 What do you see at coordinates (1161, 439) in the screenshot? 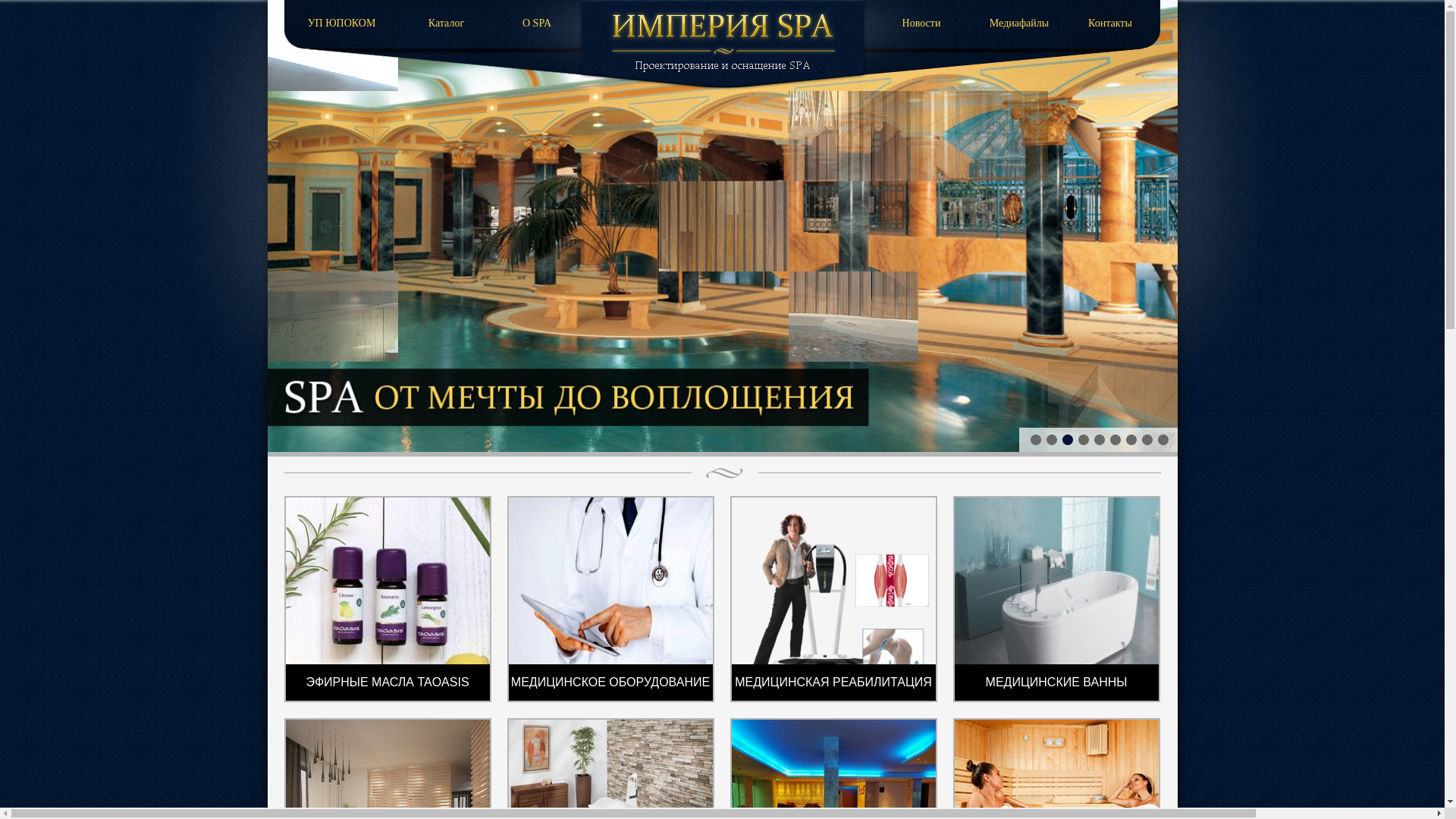
I see `'9'` at bounding box center [1161, 439].